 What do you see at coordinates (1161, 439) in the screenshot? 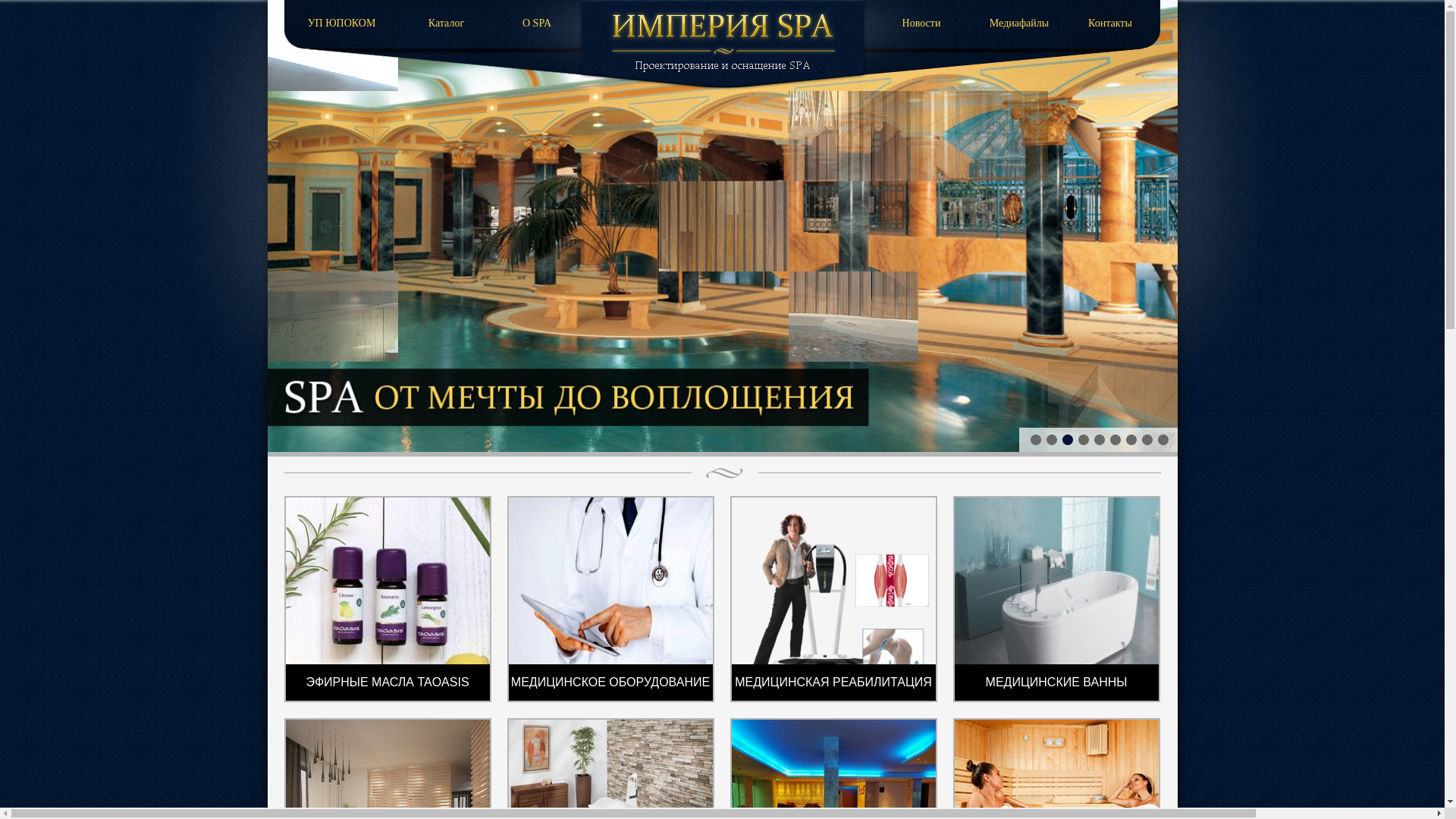
I see `'9'` at bounding box center [1161, 439].